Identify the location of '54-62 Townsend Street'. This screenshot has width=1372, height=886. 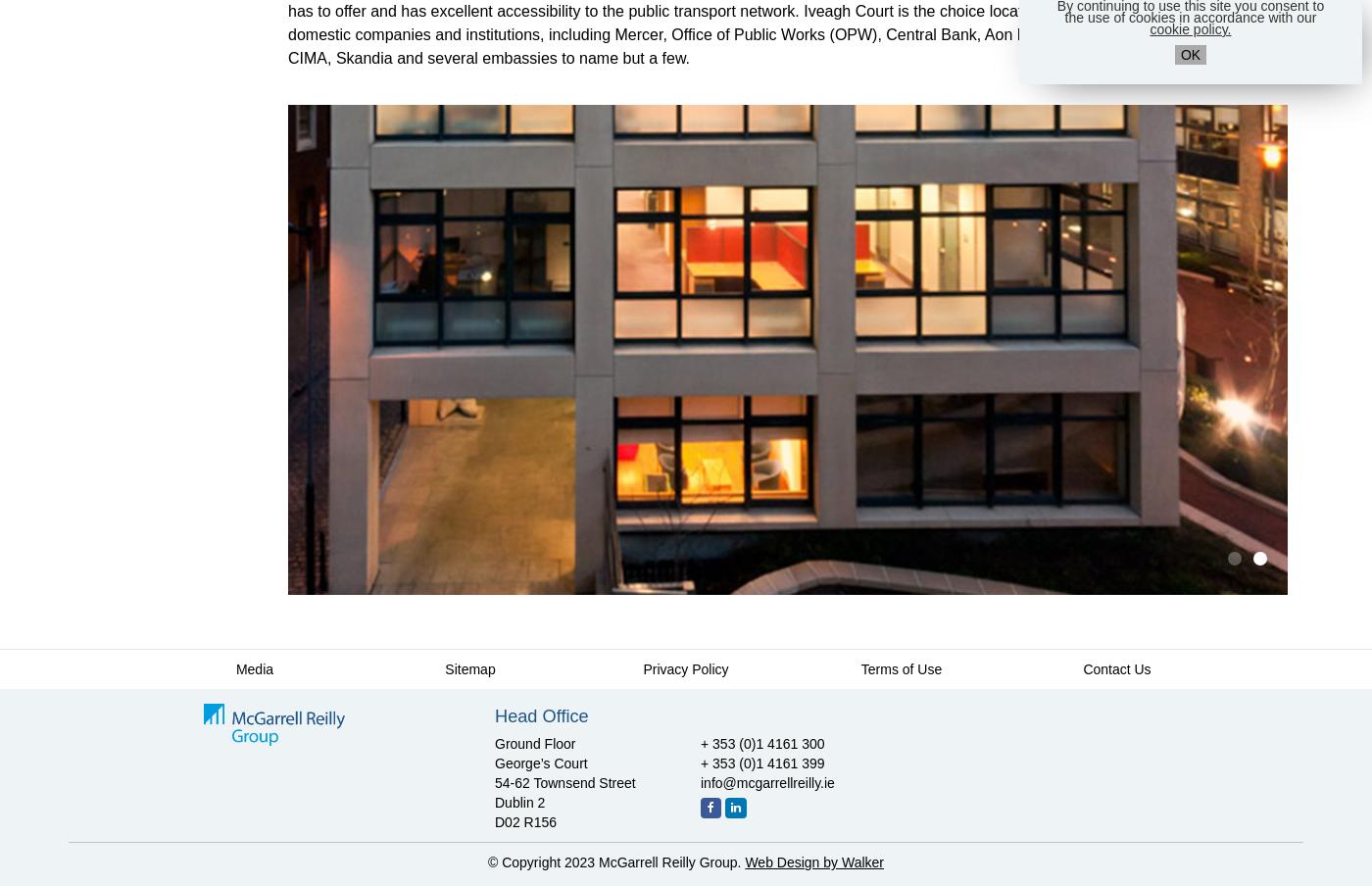
(564, 781).